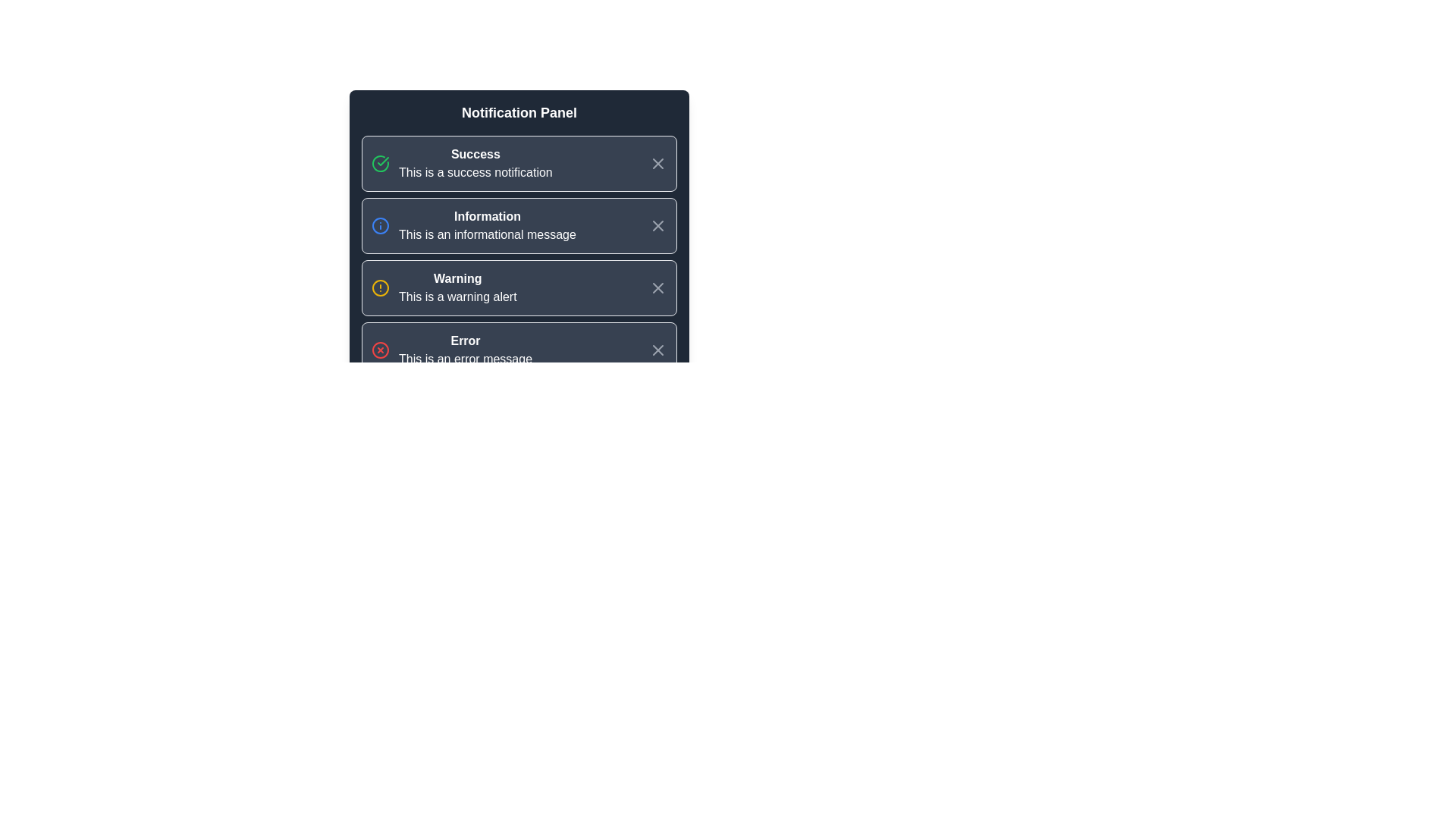 The height and width of the screenshot is (819, 1456). What do you see at coordinates (457, 278) in the screenshot?
I see `bold text label 'Warning' located centrally within the notification card in the Notification Panel to understand the notification type` at bounding box center [457, 278].